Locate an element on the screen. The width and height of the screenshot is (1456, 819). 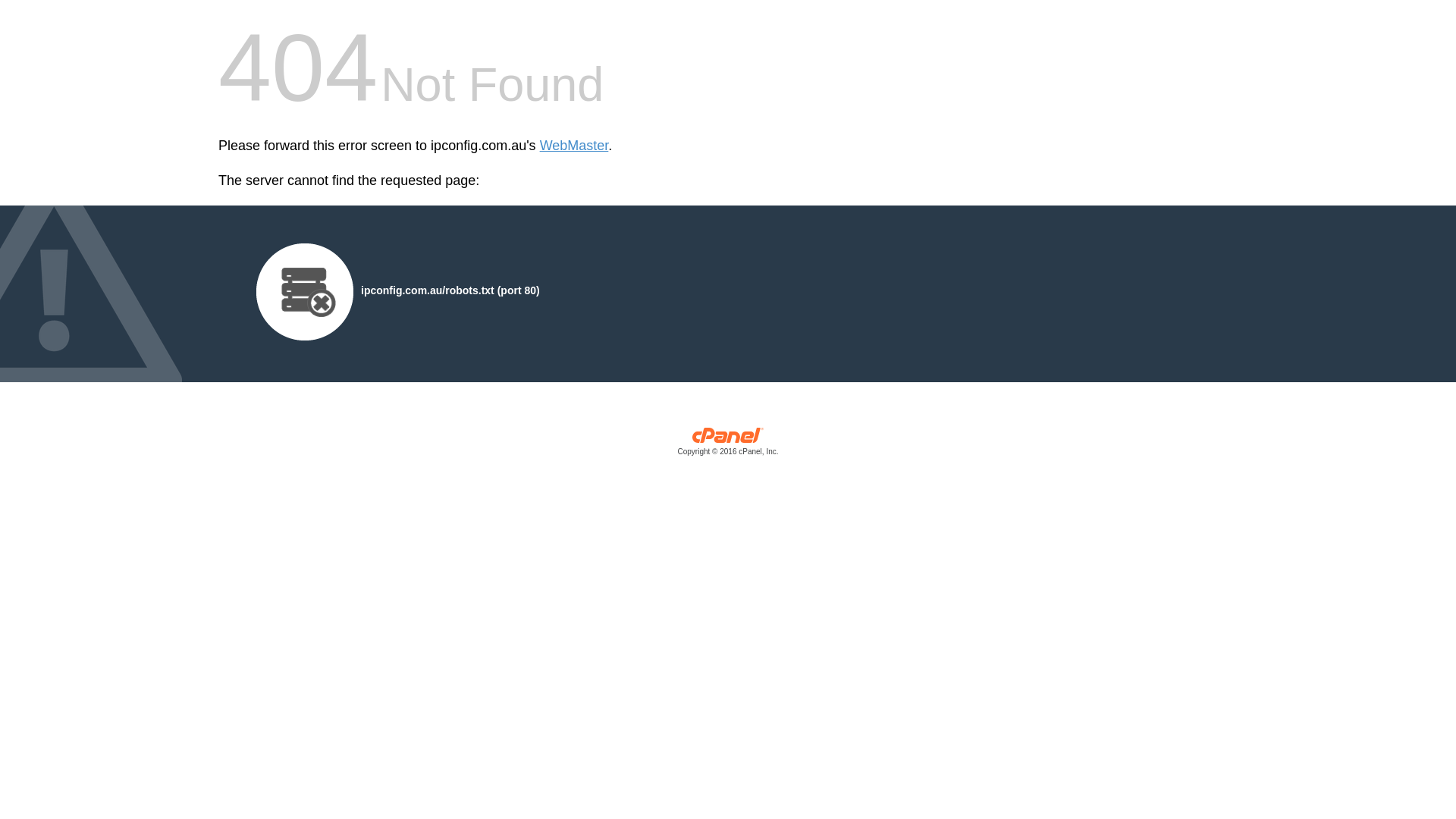
'WebMaster' is located at coordinates (573, 146).